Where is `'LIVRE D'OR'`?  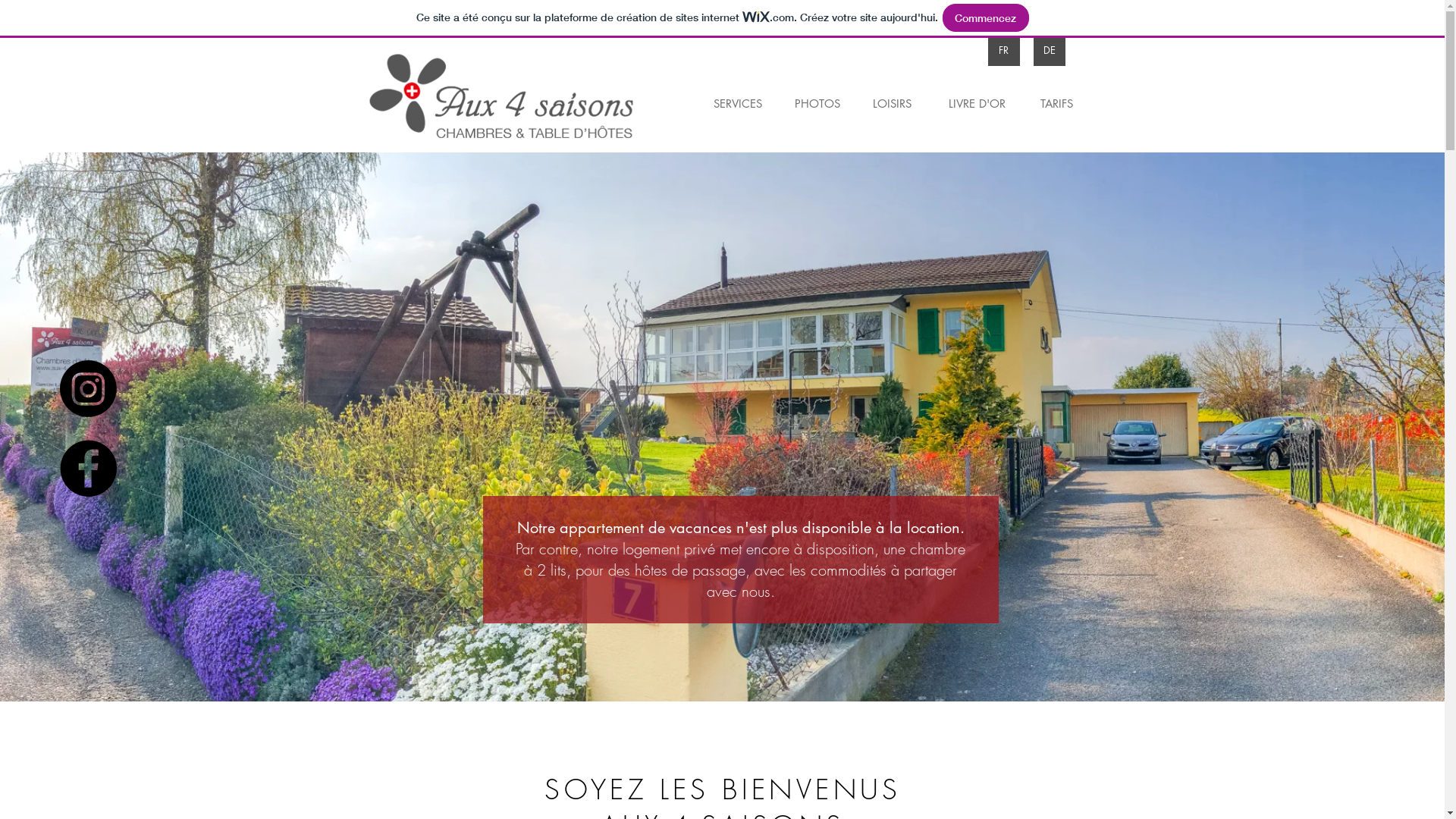 'LIVRE D'OR' is located at coordinates (977, 102).